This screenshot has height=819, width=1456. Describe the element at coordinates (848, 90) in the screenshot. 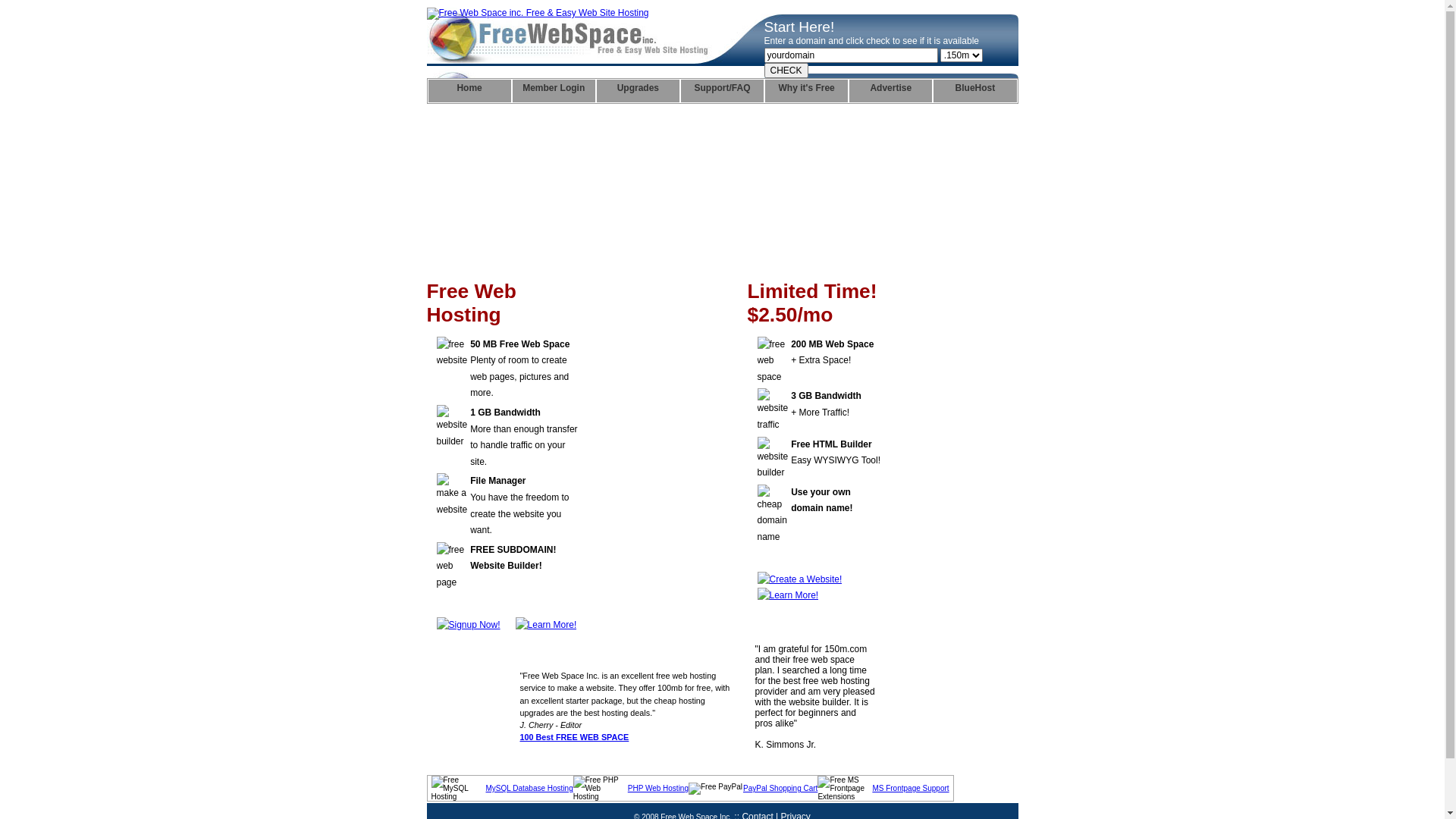

I see `'Advertise'` at that location.